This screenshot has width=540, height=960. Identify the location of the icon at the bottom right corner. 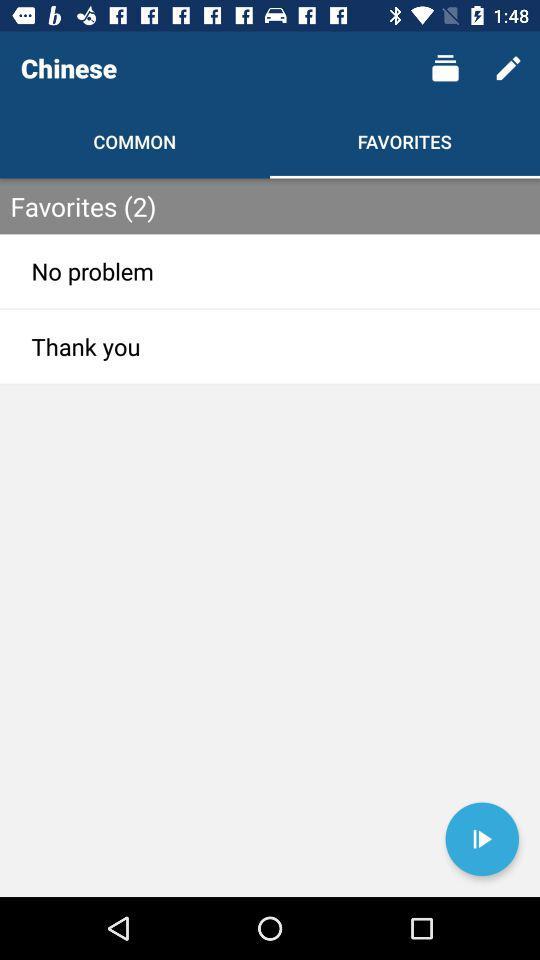
(481, 839).